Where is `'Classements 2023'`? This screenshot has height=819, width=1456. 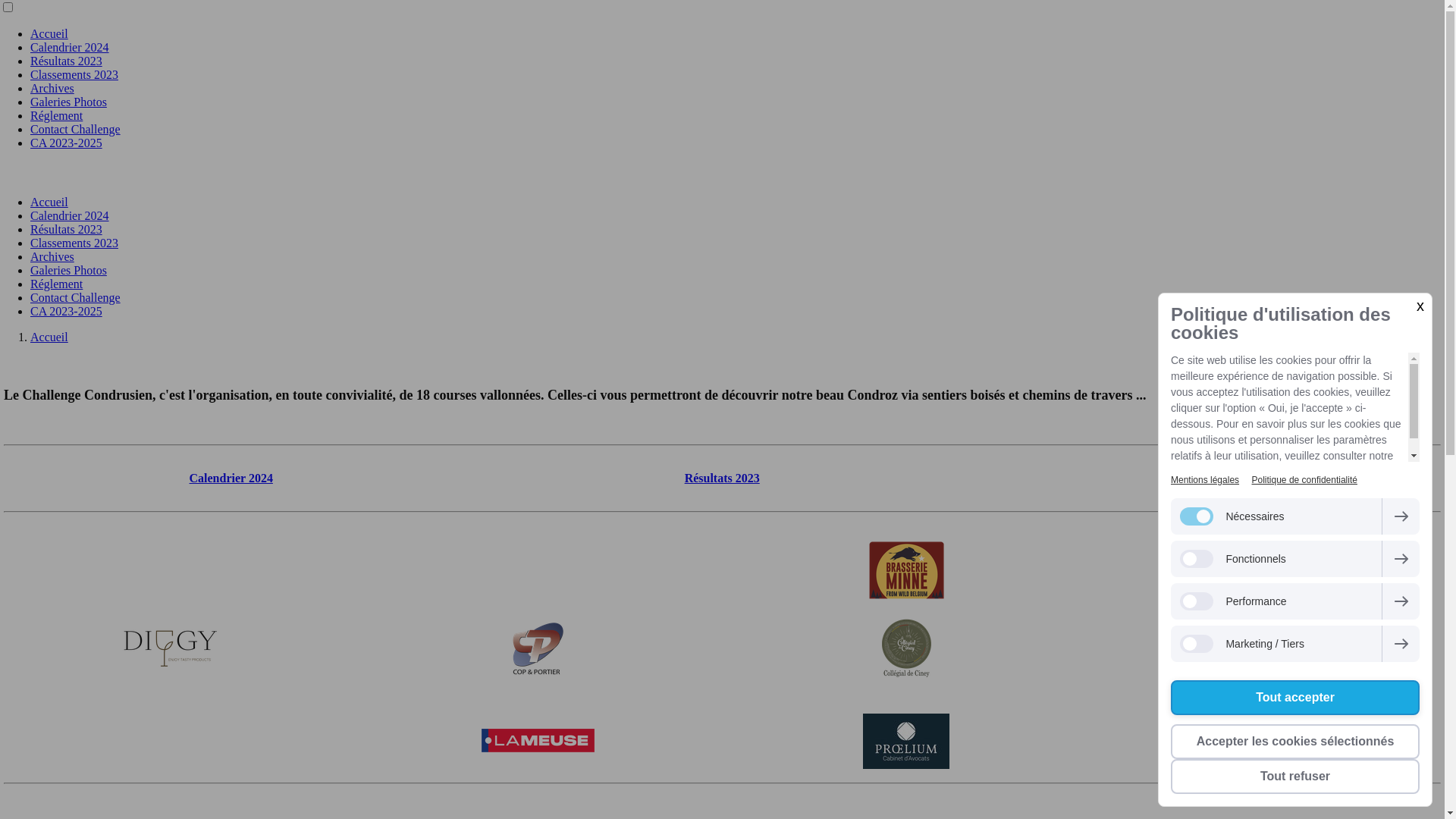 'Classements 2023' is located at coordinates (73, 242).